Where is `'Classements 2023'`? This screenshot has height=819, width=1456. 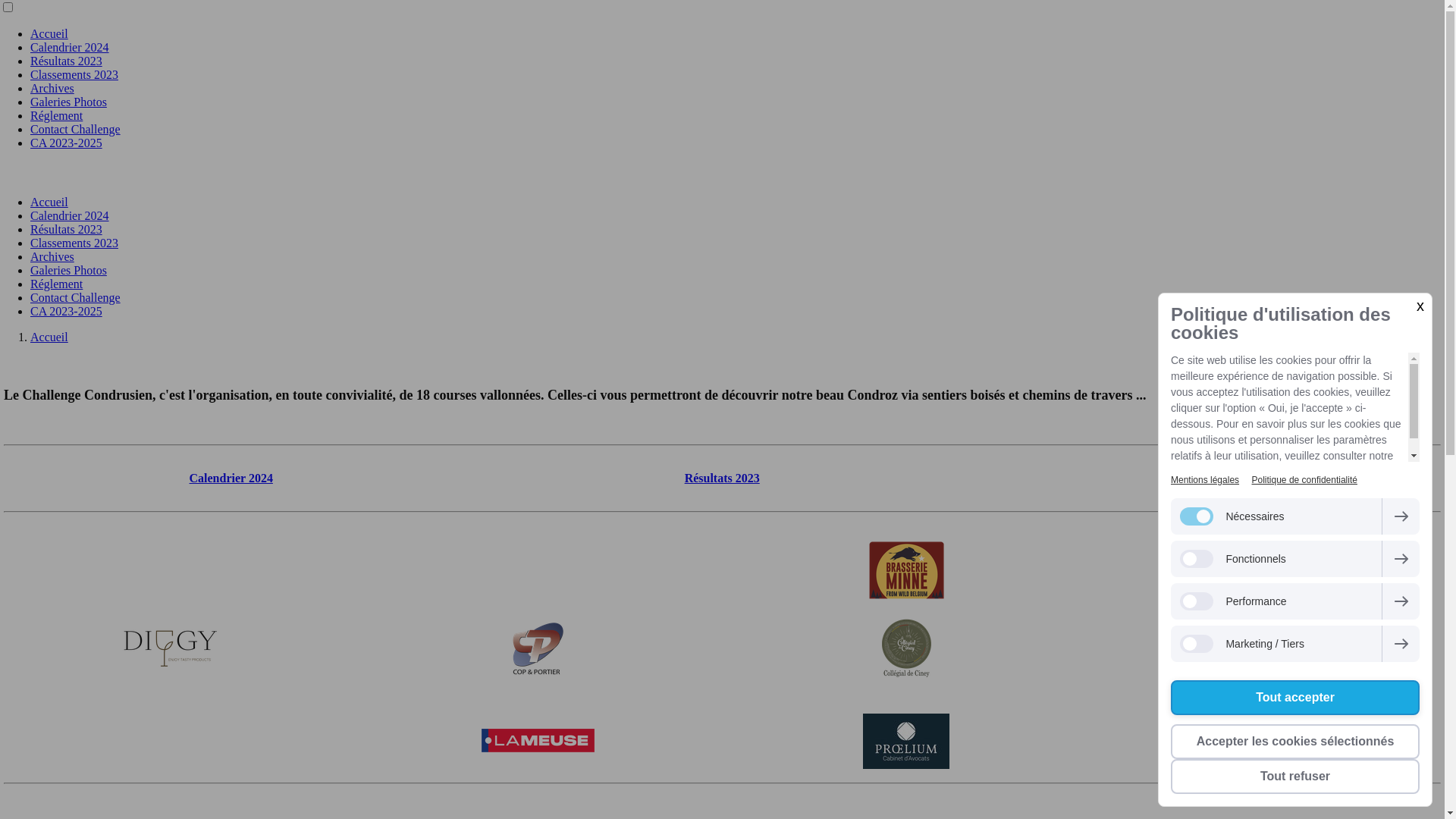 'Classements 2023' is located at coordinates (73, 242).